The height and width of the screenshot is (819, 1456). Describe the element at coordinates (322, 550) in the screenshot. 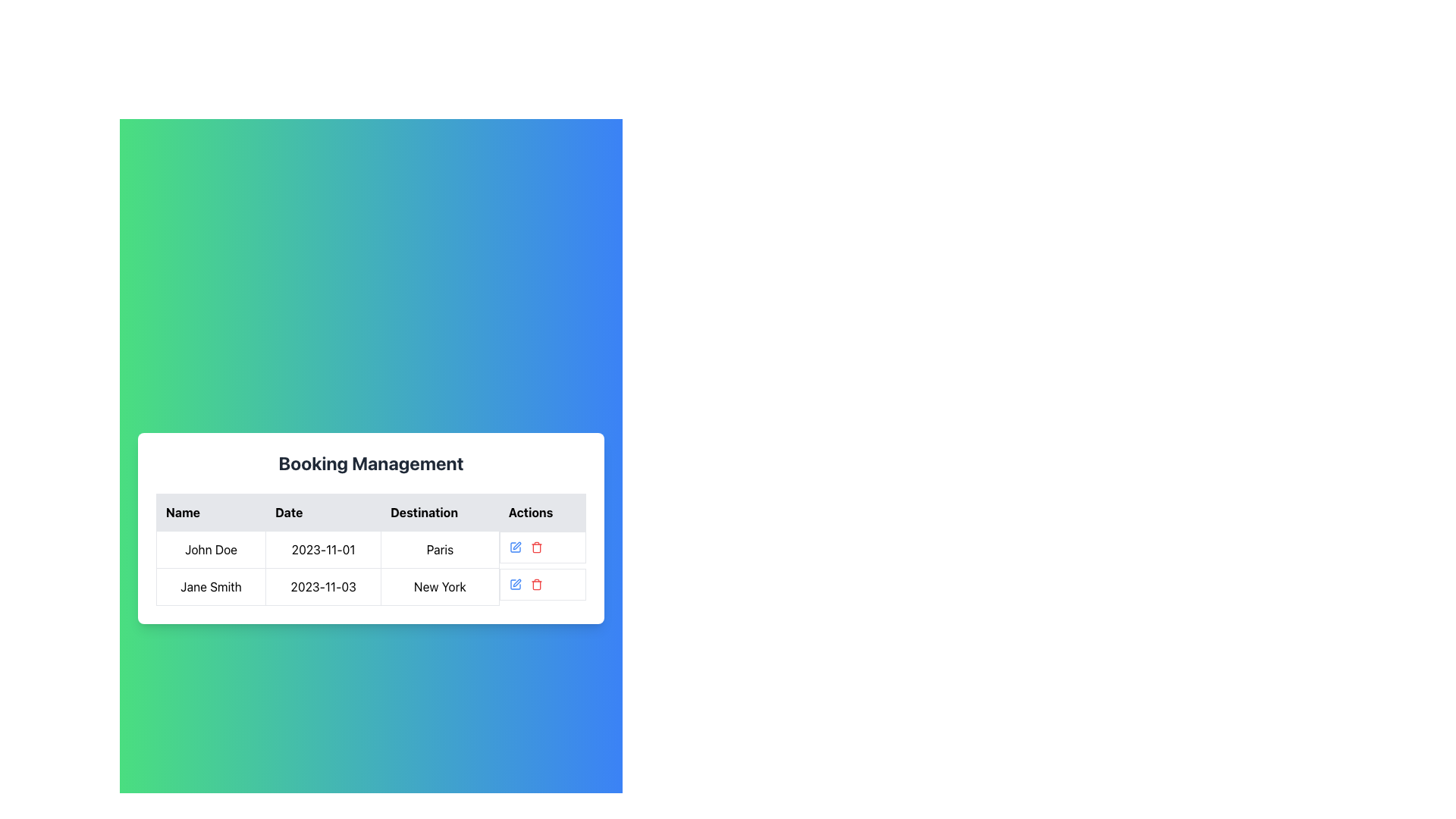

I see `the text display element showing '2023-11-01' in the table cell of the 'Booking Management' section, located in the second column of the first visible row` at that location.